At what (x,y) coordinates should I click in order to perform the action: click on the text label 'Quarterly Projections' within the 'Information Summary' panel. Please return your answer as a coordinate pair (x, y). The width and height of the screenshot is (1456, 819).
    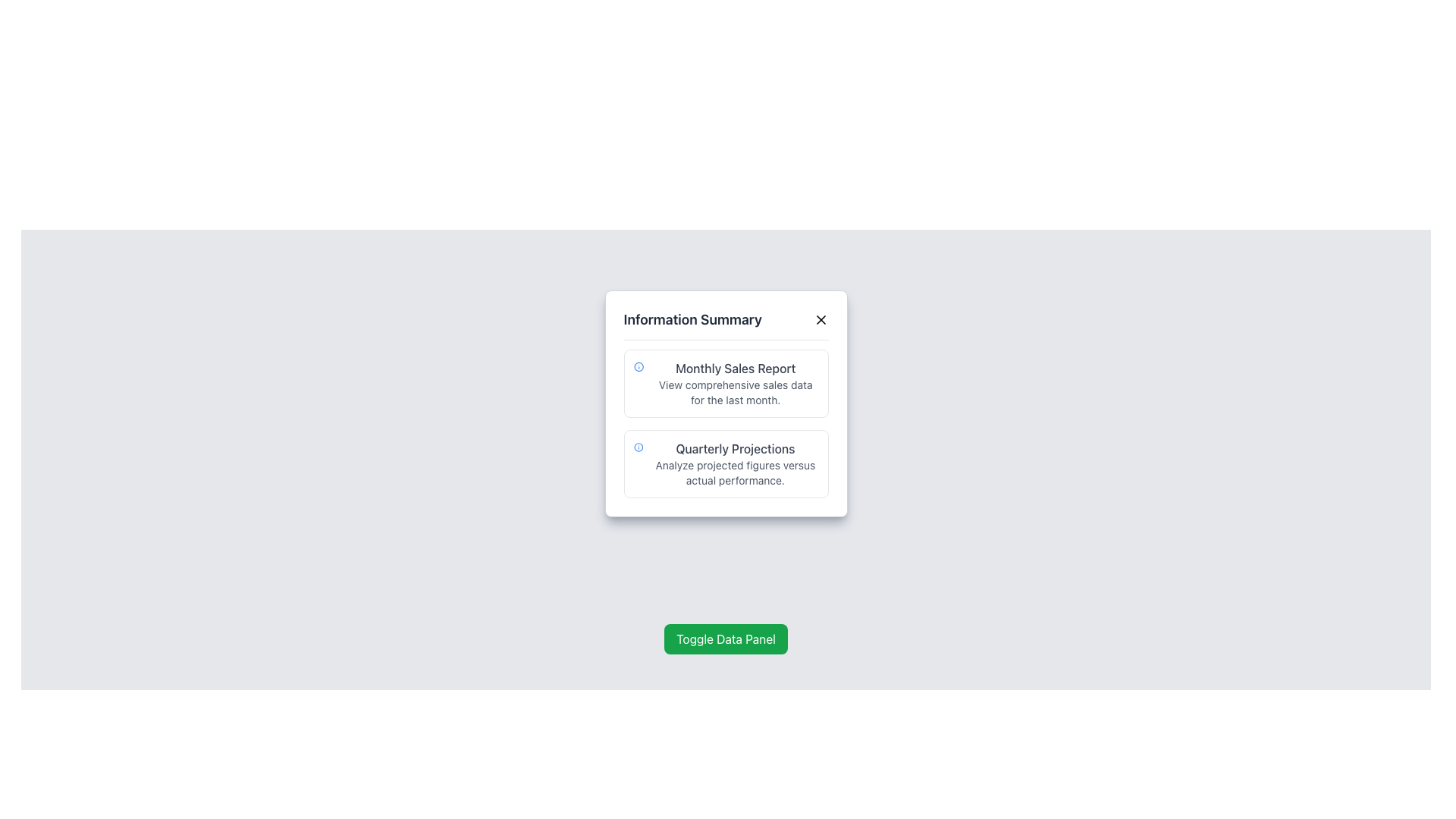
    Looking at the image, I should click on (735, 447).